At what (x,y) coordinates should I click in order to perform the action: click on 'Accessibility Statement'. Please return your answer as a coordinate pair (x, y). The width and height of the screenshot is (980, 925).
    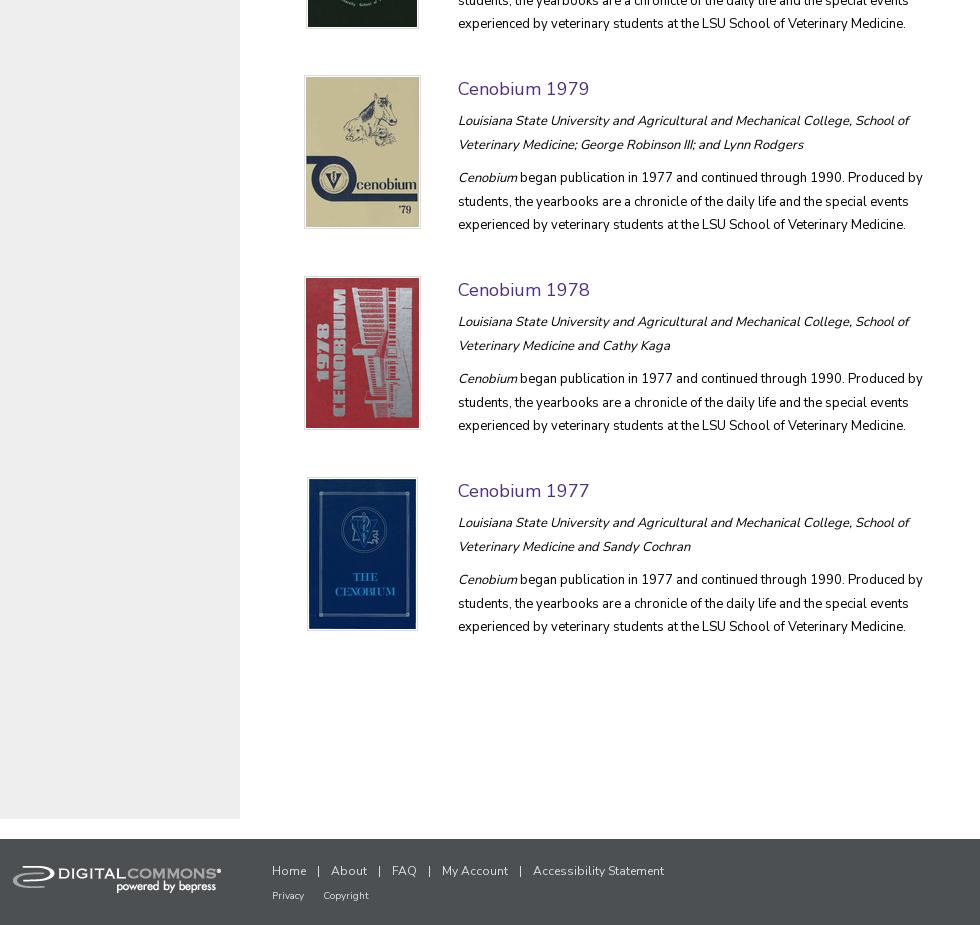
    Looking at the image, I should click on (598, 869).